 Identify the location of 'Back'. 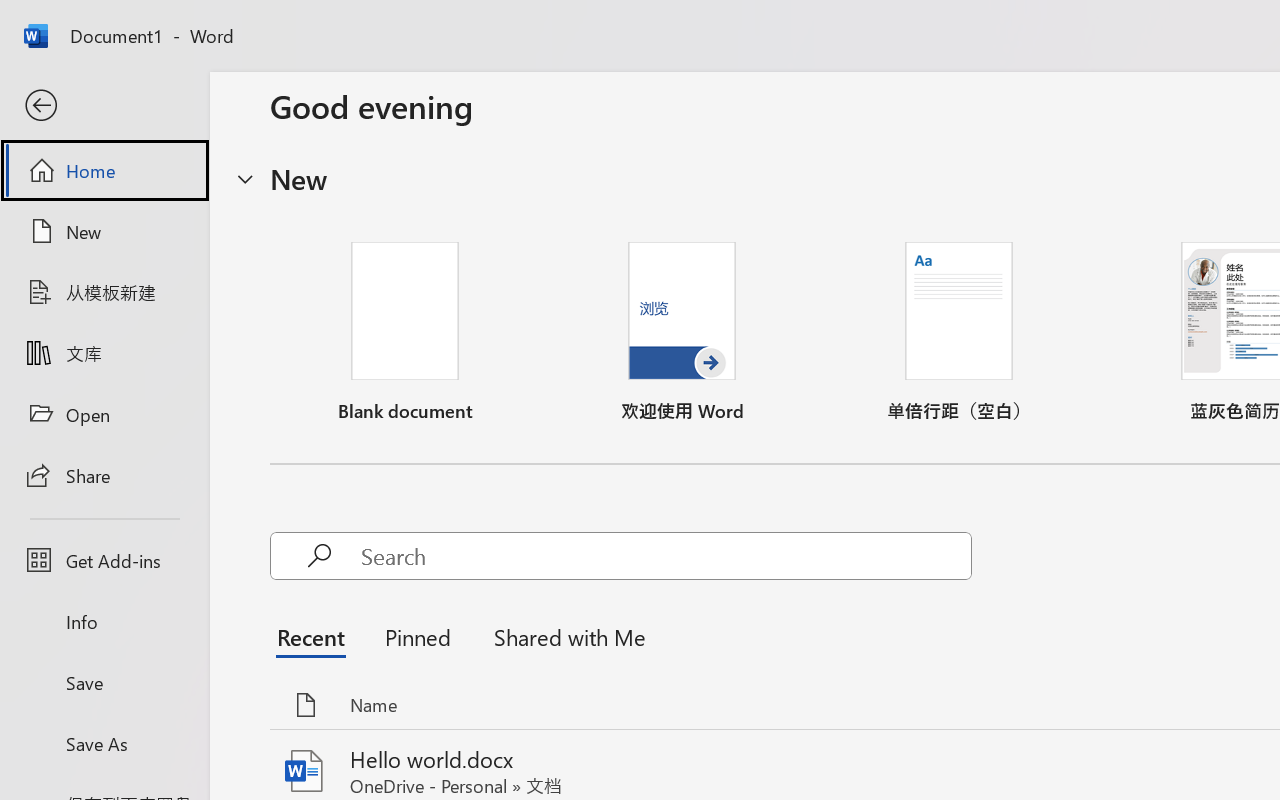
(103, 105).